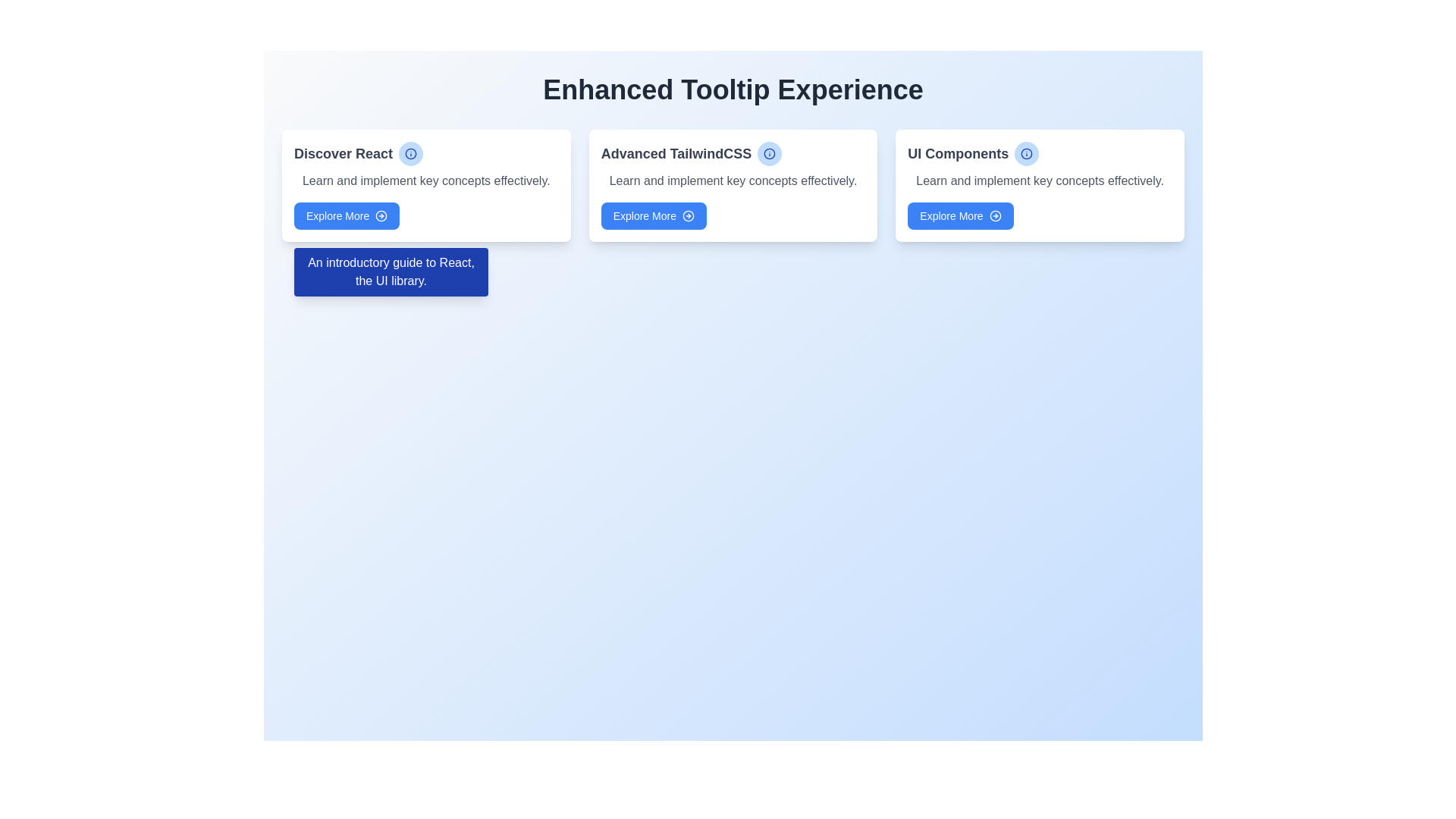 The height and width of the screenshot is (819, 1456). What do you see at coordinates (770, 154) in the screenshot?
I see `the blue circular tooltip icon located at the top-right corner of the 'Advanced TailwindCSS' card` at bounding box center [770, 154].